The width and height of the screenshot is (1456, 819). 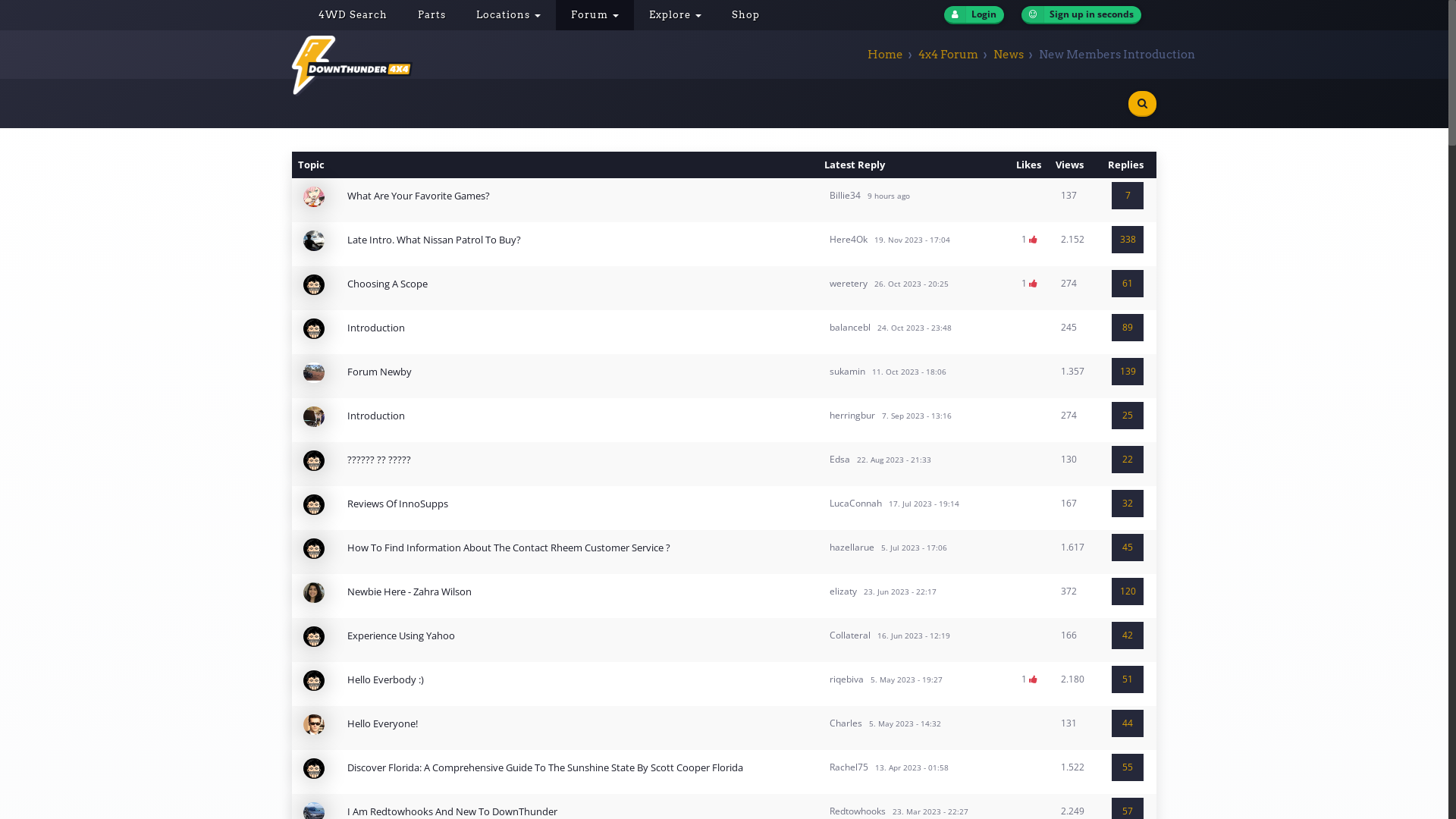 What do you see at coordinates (460, 14) in the screenshot?
I see `'Locations'` at bounding box center [460, 14].